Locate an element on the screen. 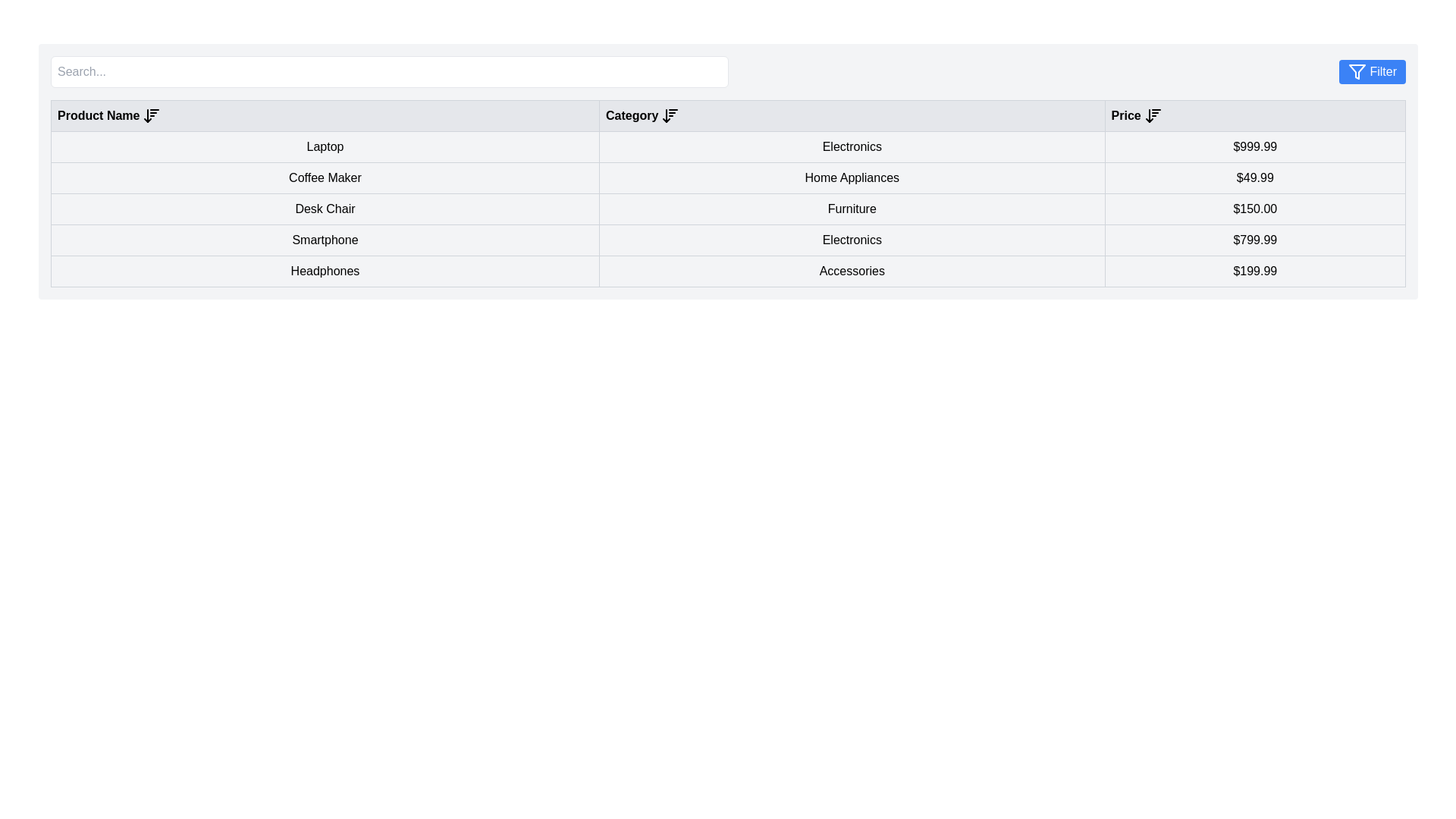 The height and width of the screenshot is (819, 1456). text of the category label located in the second row, second column of the table, positioned between 'Coffee Maker' and '$49.99' is located at coordinates (852, 177).